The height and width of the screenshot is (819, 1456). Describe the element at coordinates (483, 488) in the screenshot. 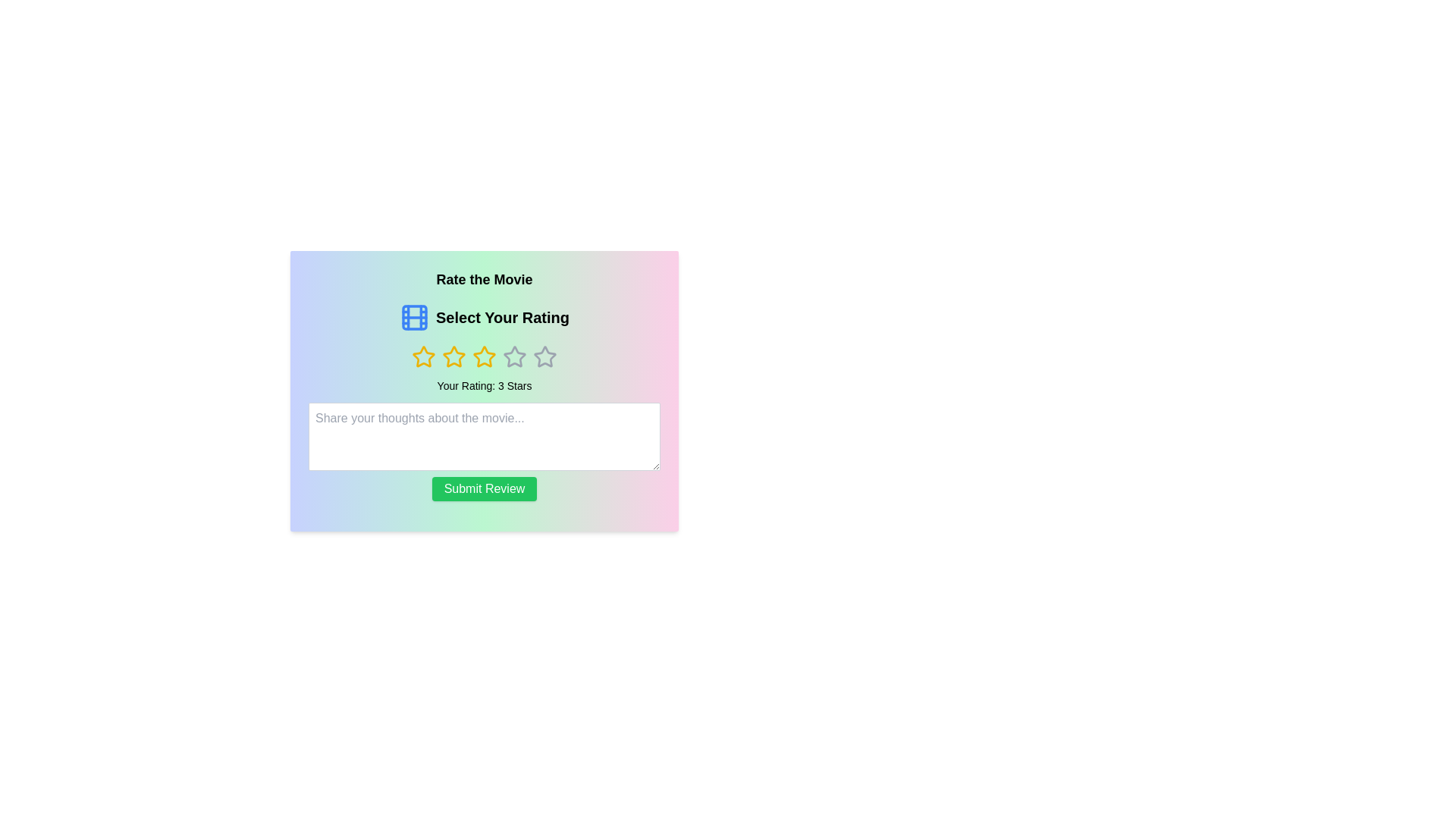

I see `the 'Submit Review' button, which is a rectangular button with a green background and white text` at that location.